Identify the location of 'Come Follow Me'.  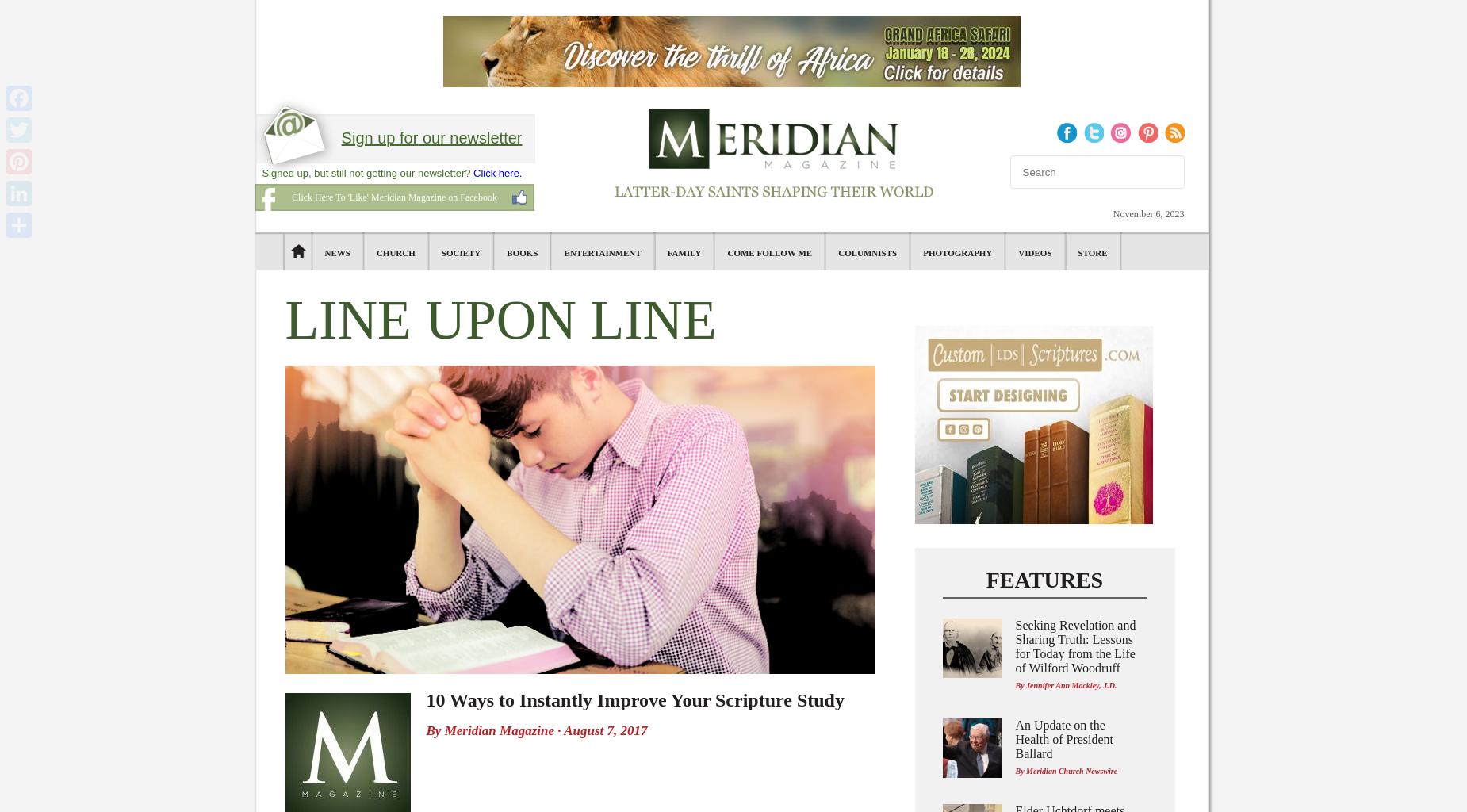
(727, 251).